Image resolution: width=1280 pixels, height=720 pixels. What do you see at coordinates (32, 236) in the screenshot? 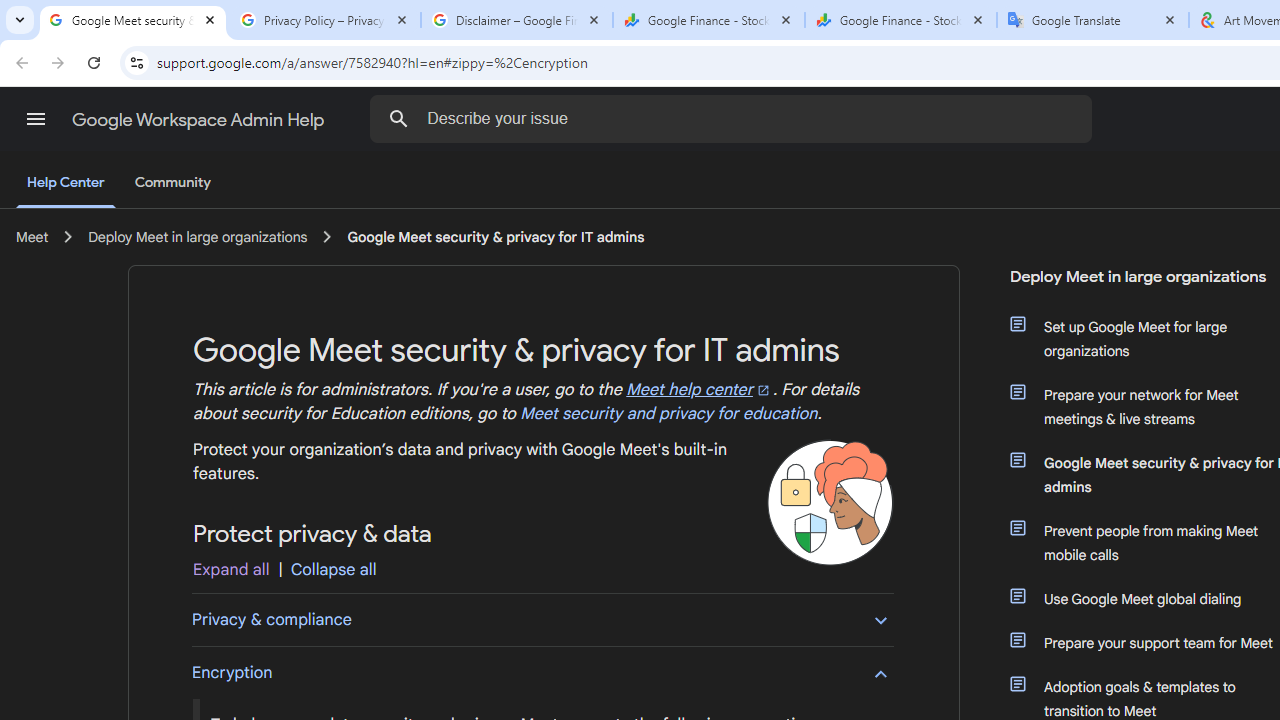
I see `'Meet '` at bounding box center [32, 236].